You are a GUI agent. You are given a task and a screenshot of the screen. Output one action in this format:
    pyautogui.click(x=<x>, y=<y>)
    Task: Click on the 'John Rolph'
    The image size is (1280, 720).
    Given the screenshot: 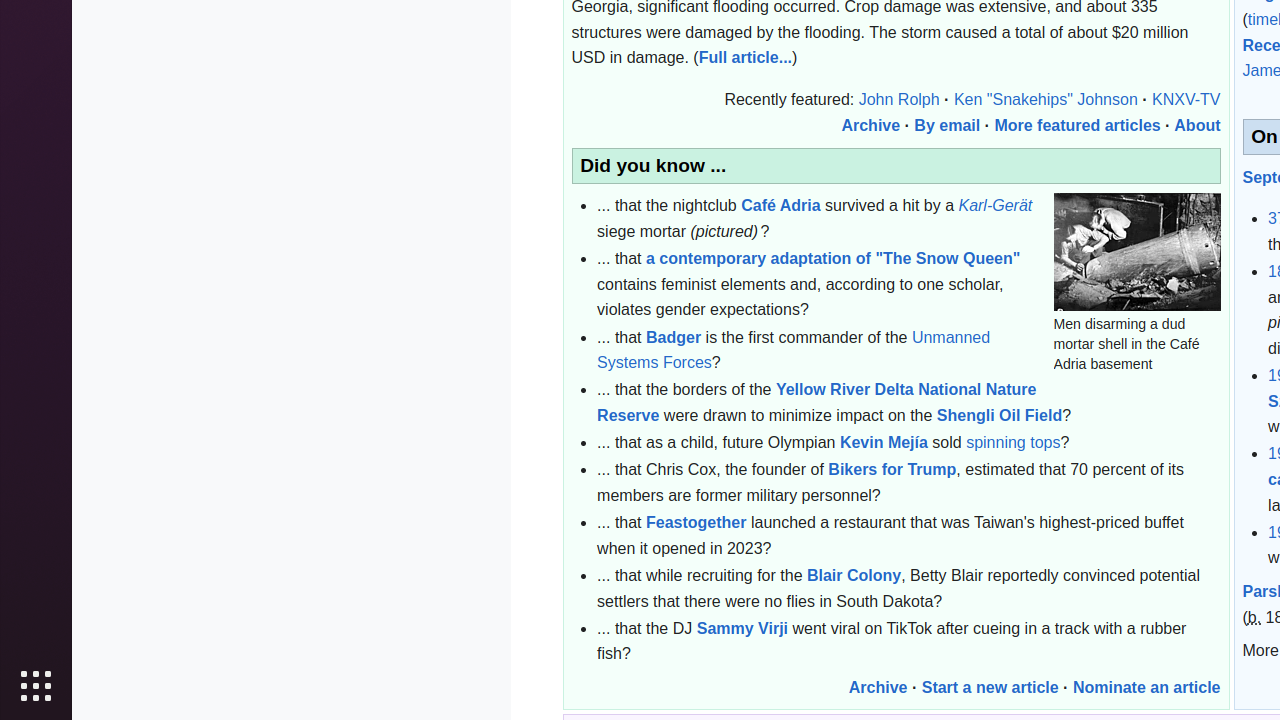 What is the action you would take?
    pyautogui.click(x=897, y=100)
    